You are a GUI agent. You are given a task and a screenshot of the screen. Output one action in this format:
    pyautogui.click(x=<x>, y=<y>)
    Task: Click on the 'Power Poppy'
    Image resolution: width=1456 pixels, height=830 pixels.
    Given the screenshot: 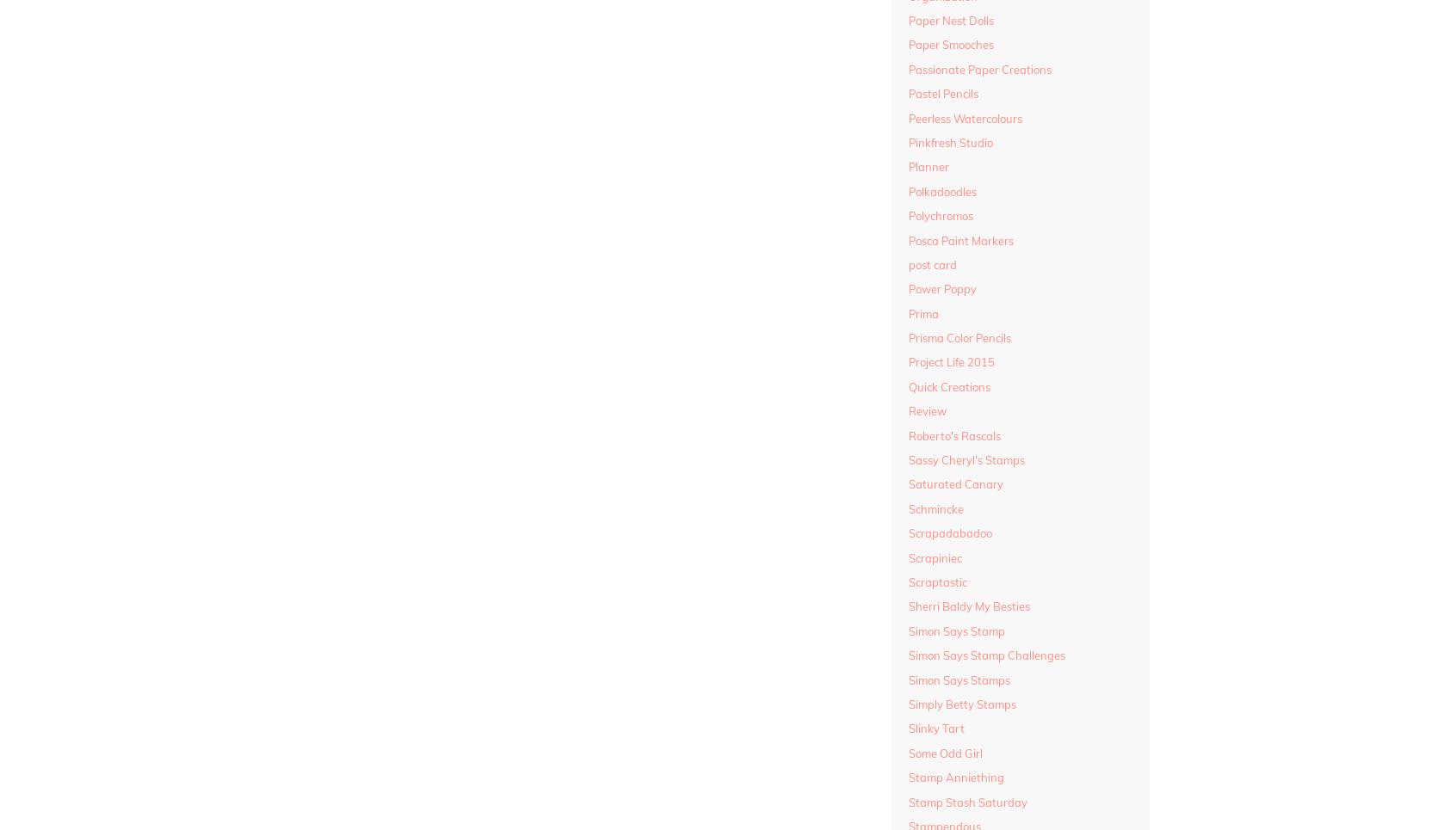 What is the action you would take?
    pyautogui.click(x=941, y=289)
    